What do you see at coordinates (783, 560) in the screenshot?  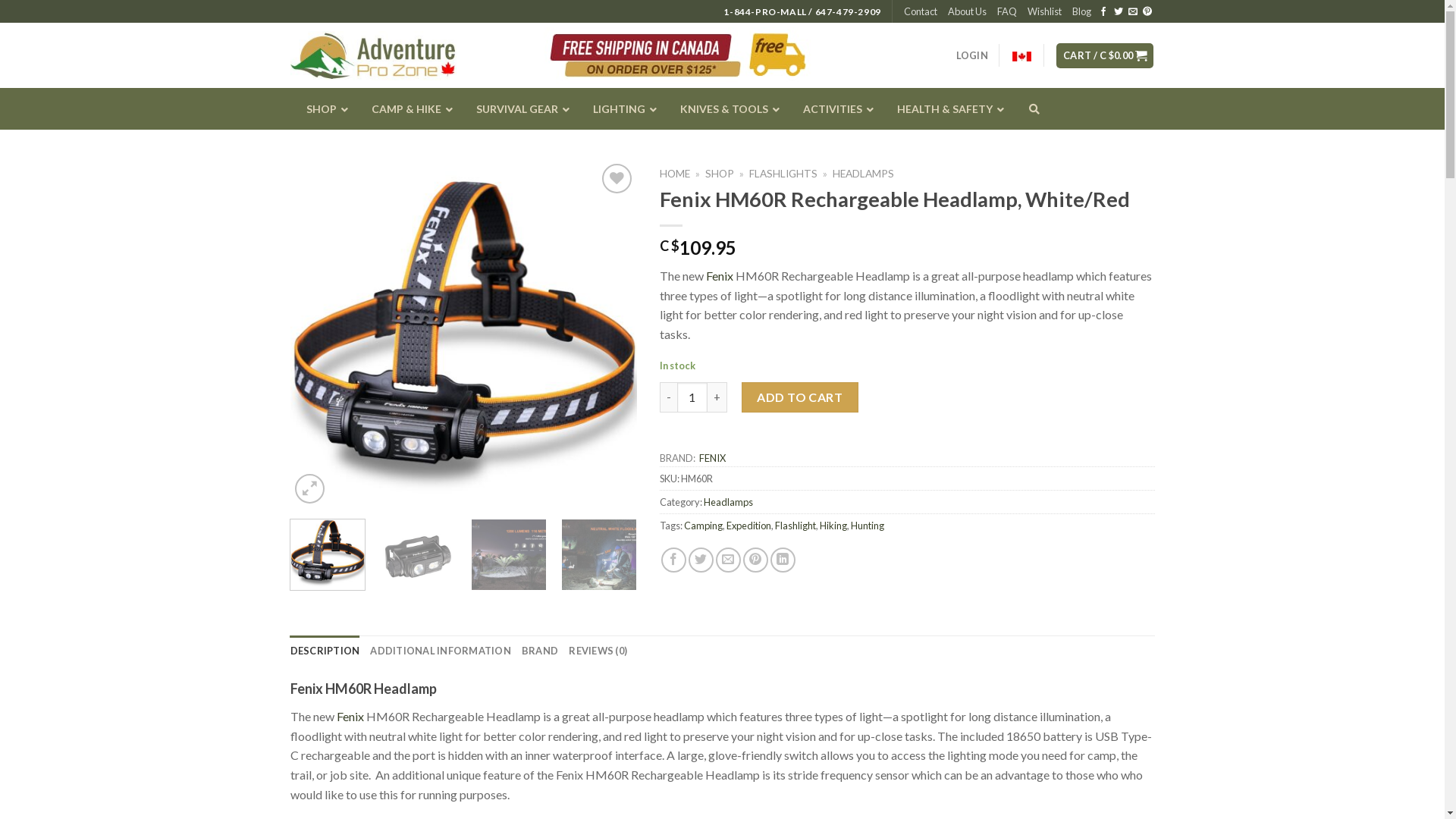 I see `'Share on LinkedIn'` at bounding box center [783, 560].